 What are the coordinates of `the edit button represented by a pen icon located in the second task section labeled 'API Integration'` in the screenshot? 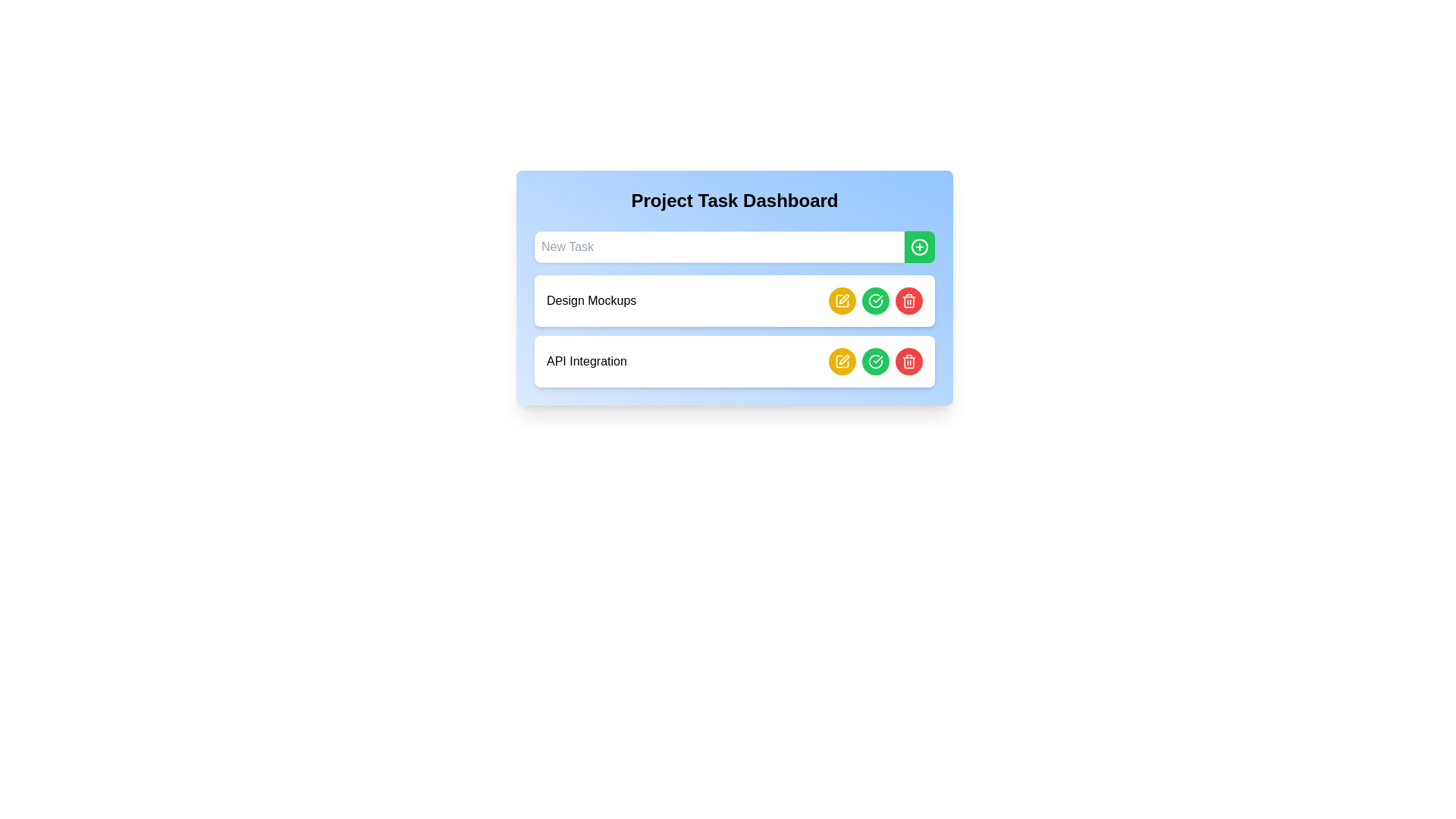 It's located at (843, 299).